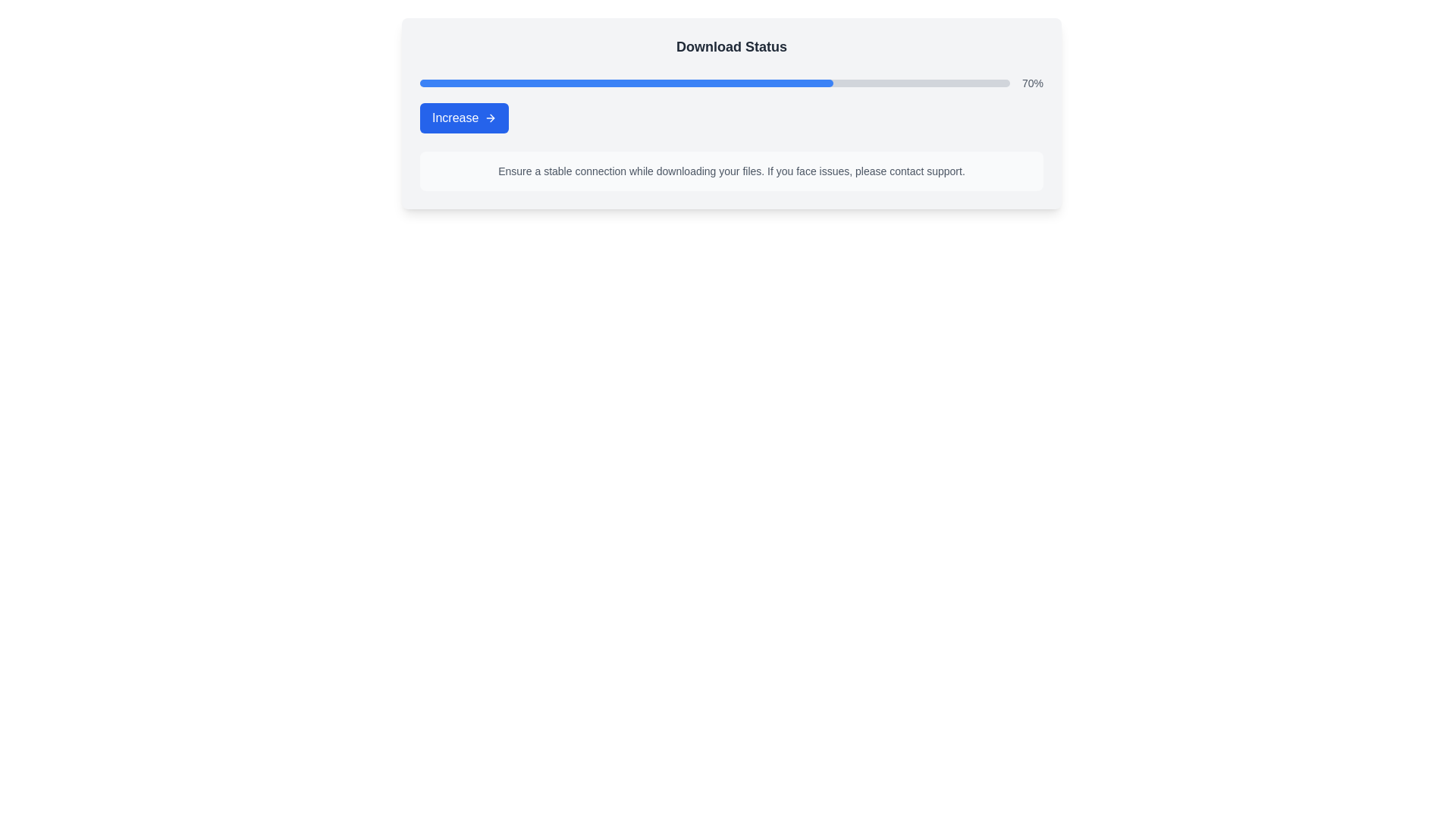 This screenshot has width=1456, height=819. I want to click on the text label that serves as the header for the download status card, which is positioned at the top of the card with a light gray background, so click(731, 45).